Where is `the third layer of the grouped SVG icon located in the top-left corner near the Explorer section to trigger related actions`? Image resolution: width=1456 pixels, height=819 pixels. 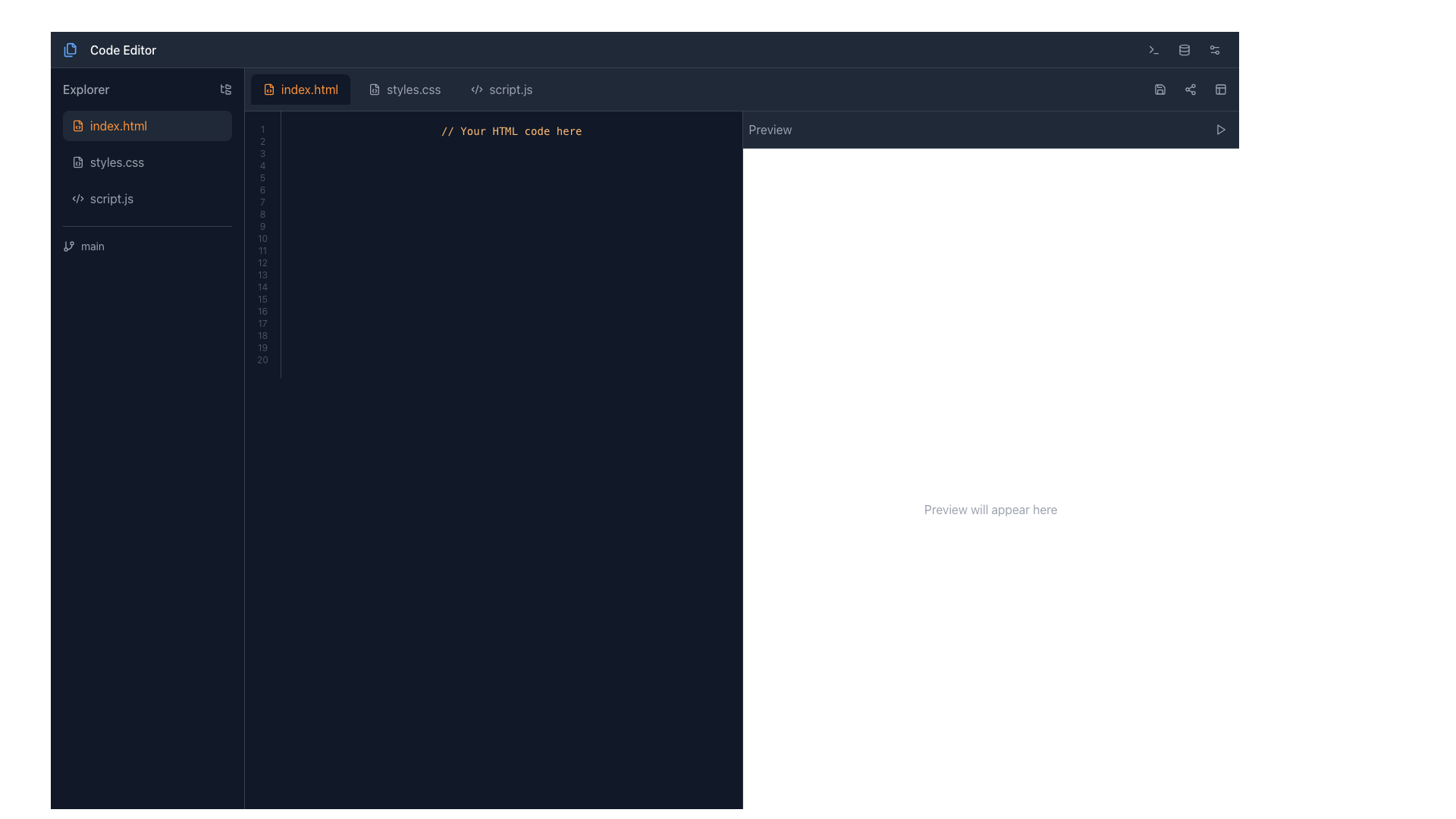 the third layer of the grouped SVG icon located in the top-left corner near the Explorer section to trigger related actions is located at coordinates (67, 50).